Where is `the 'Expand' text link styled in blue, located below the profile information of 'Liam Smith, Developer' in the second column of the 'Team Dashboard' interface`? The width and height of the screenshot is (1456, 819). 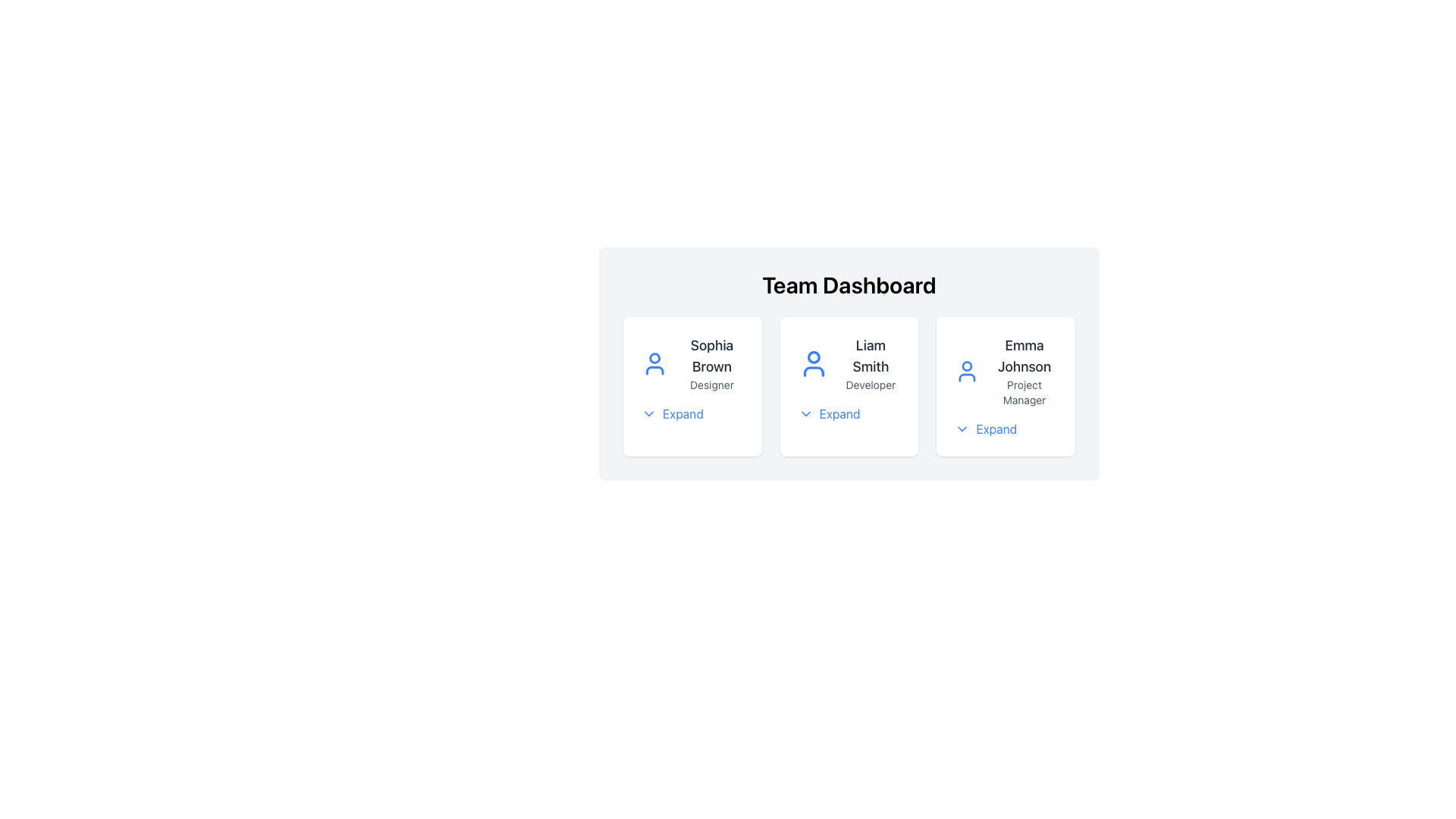
the 'Expand' text link styled in blue, located below the profile information of 'Liam Smith, Developer' in the second column of the 'Team Dashboard' interface is located at coordinates (839, 414).